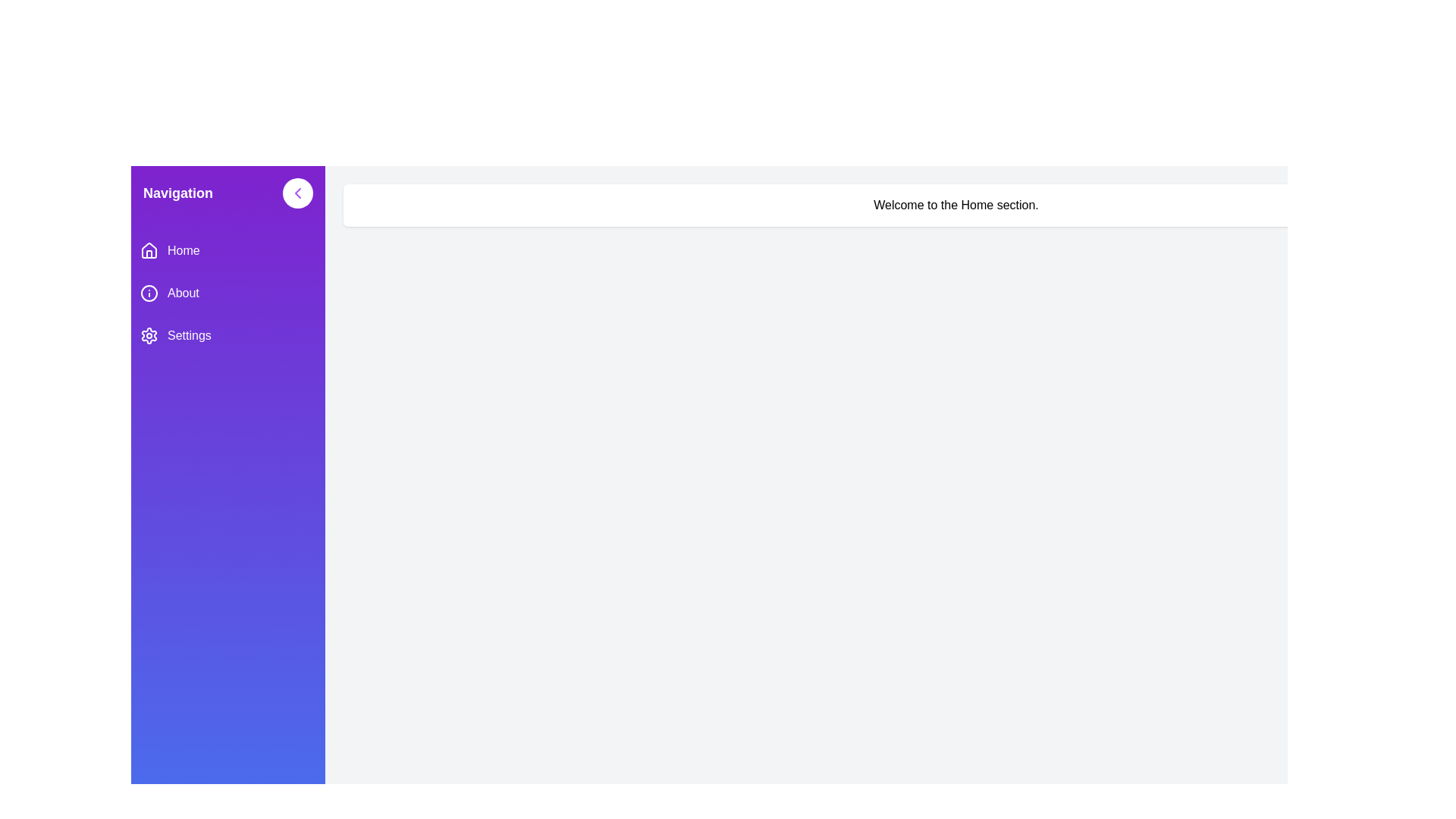  I want to click on the cogwheel-shaped icon in the navigation menu, which is purple with a white central circle and is located beside the text 'Settings', so click(149, 335).